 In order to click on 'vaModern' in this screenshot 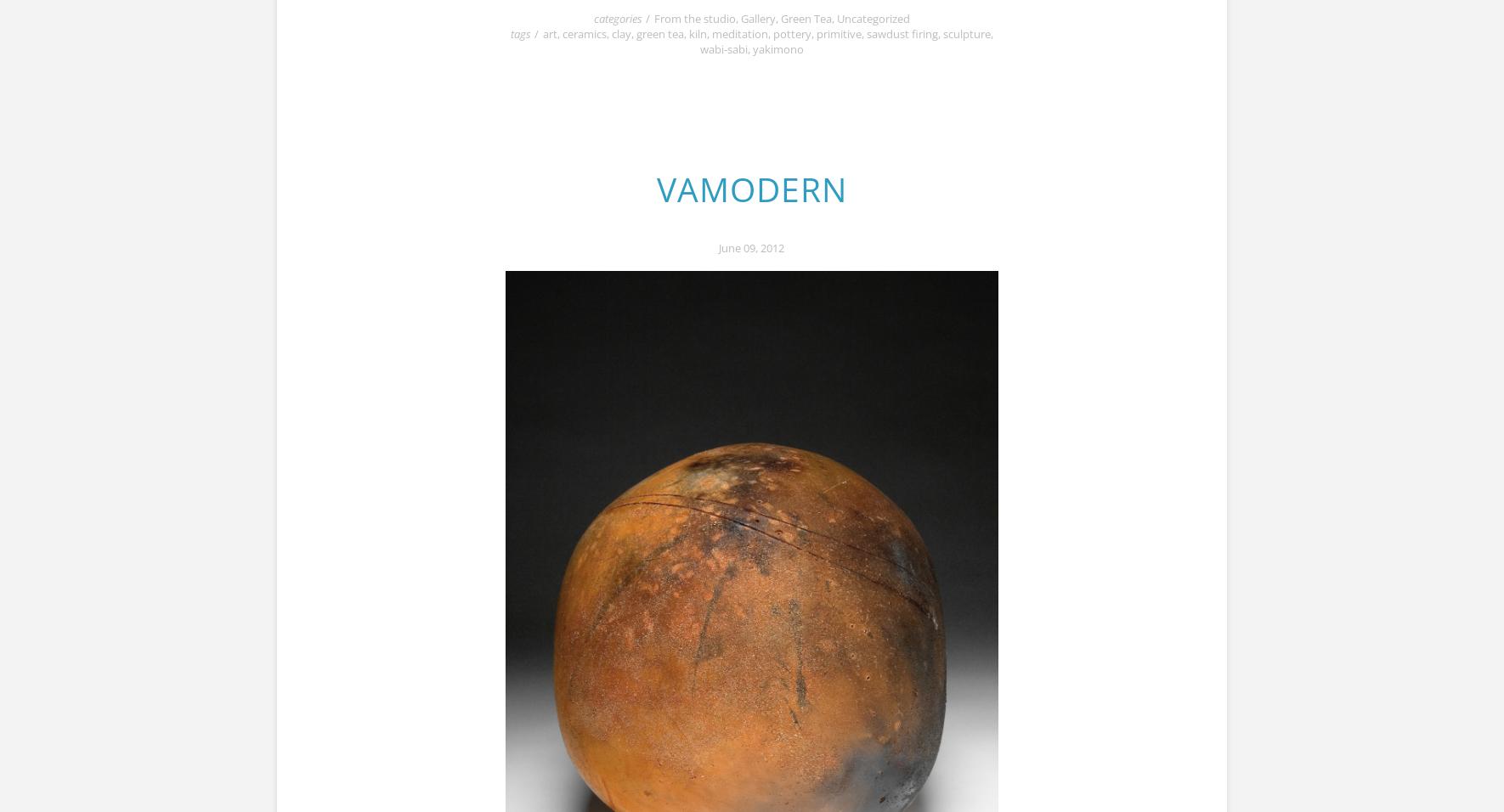, I will do `click(750, 189)`.